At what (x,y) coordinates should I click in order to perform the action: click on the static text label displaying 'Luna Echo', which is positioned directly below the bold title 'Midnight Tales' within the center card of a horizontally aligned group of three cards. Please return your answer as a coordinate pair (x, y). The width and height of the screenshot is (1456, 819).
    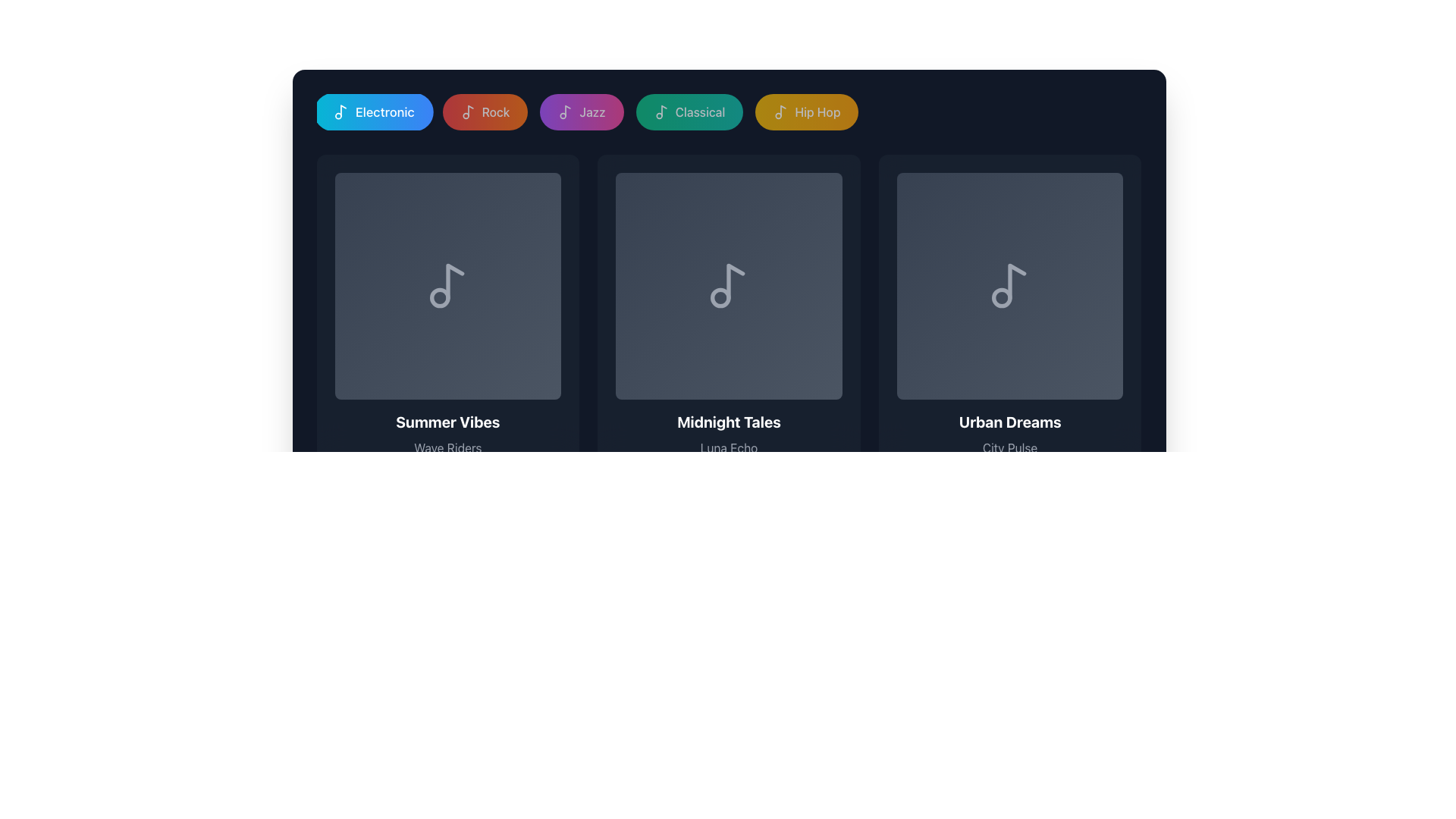
    Looking at the image, I should click on (729, 447).